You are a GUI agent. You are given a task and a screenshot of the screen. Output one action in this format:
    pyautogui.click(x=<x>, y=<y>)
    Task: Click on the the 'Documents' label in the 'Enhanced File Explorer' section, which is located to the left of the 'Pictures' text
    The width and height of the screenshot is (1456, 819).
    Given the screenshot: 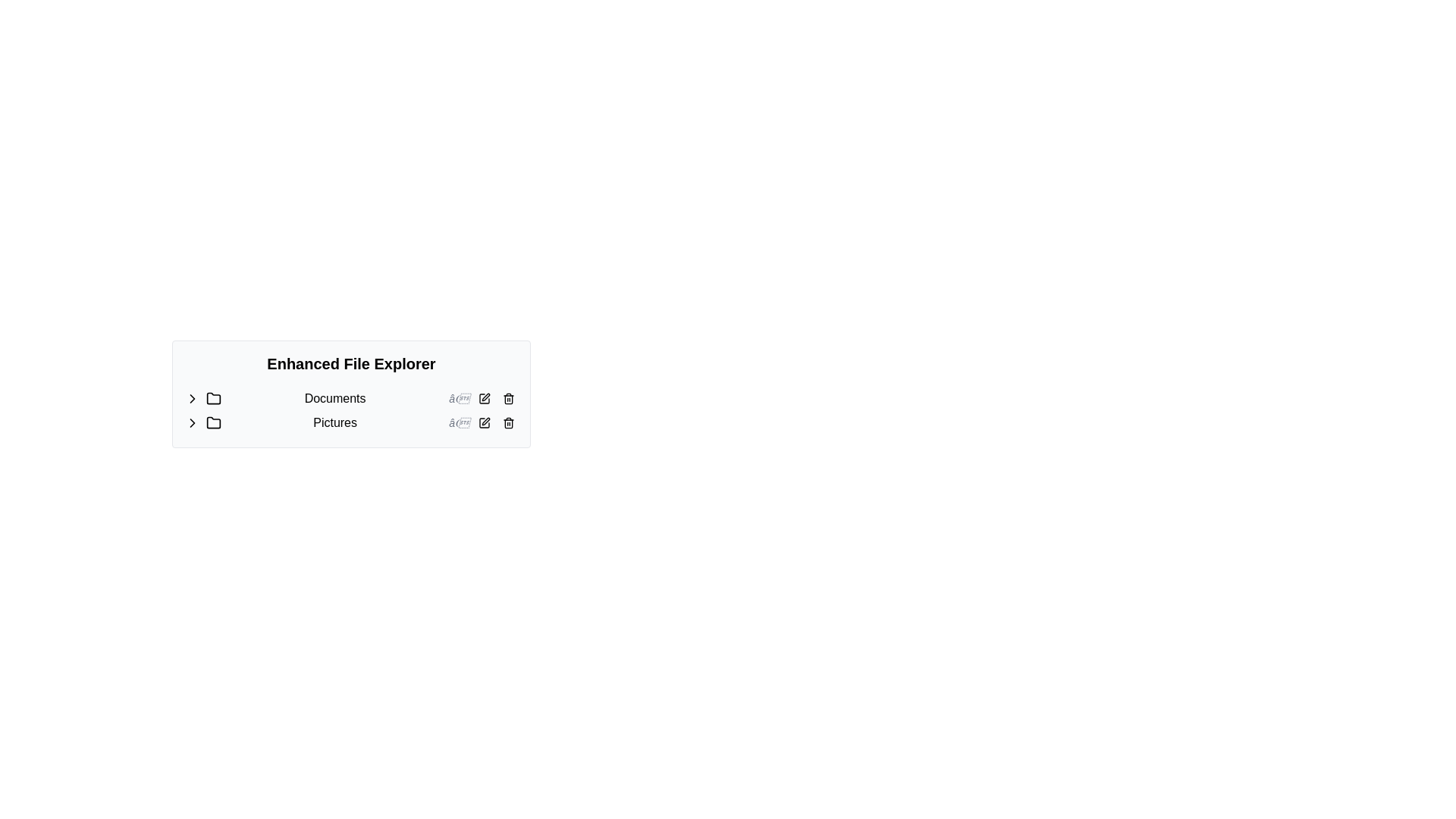 What is the action you would take?
    pyautogui.click(x=350, y=397)
    